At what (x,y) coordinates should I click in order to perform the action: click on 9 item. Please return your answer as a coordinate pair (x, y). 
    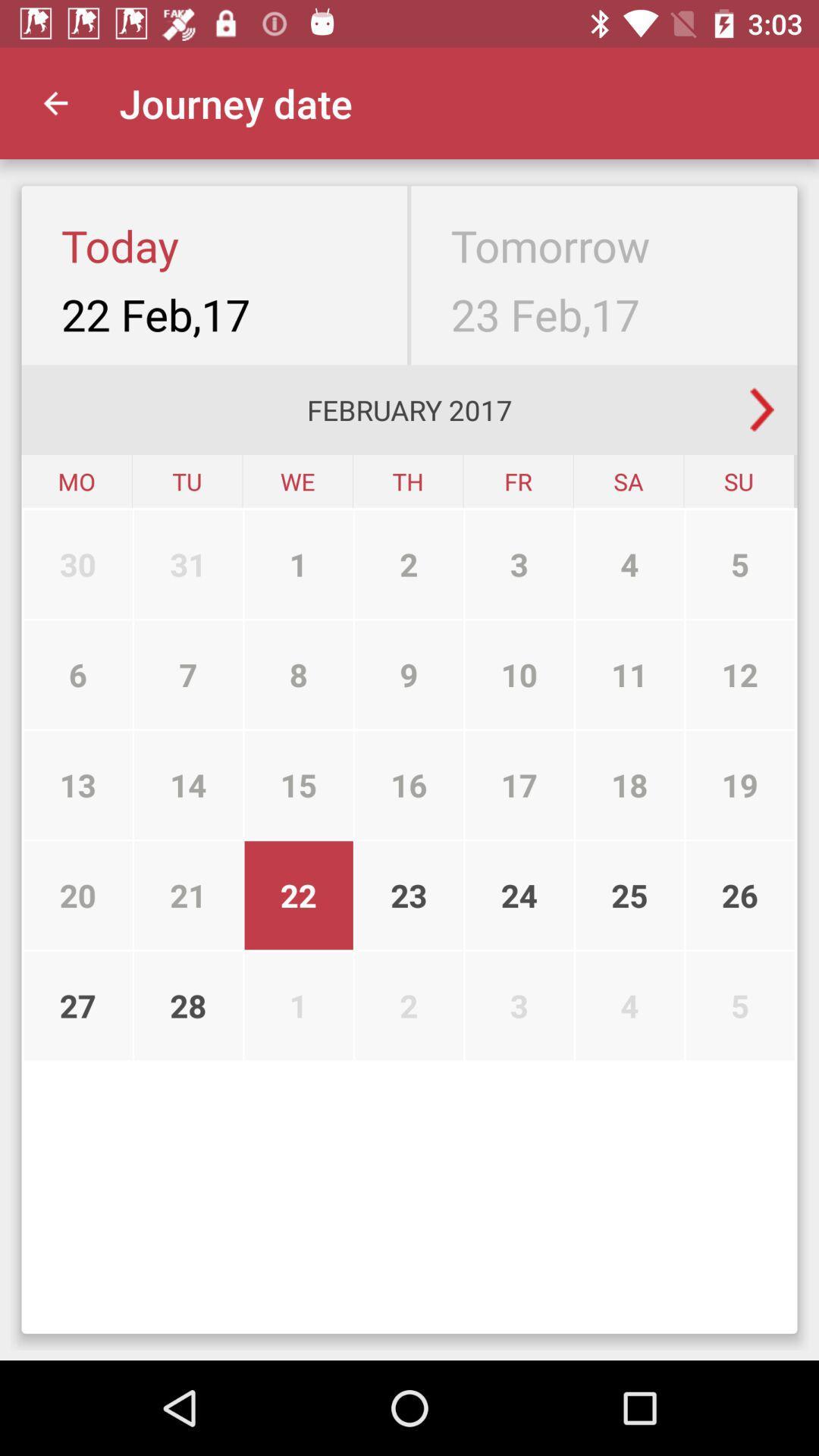
    Looking at the image, I should click on (408, 673).